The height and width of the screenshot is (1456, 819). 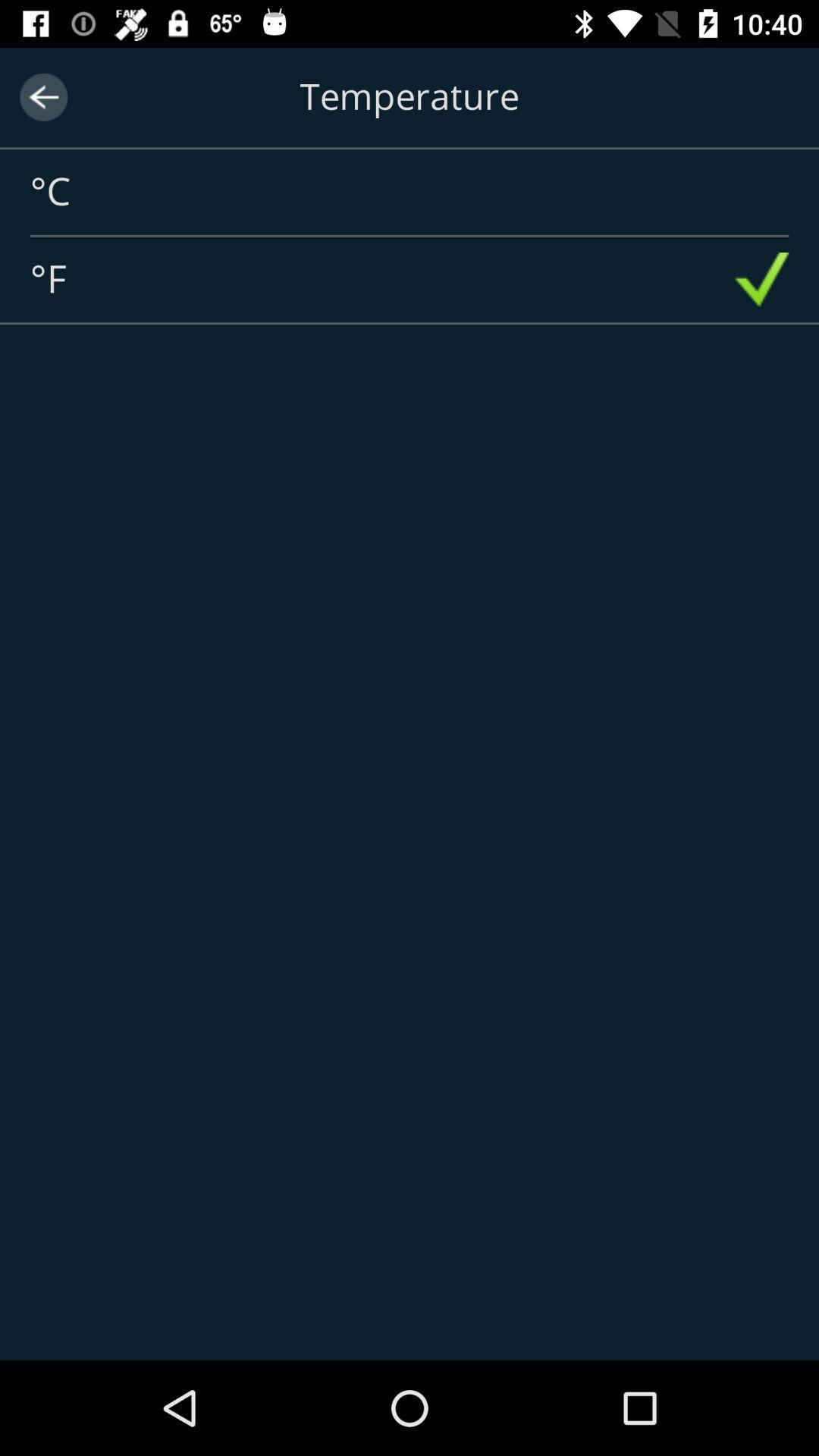 What do you see at coordinates (42, 96) in the screenshot?
I see `the arrow_backward icon` at bounding box center [42, 96].